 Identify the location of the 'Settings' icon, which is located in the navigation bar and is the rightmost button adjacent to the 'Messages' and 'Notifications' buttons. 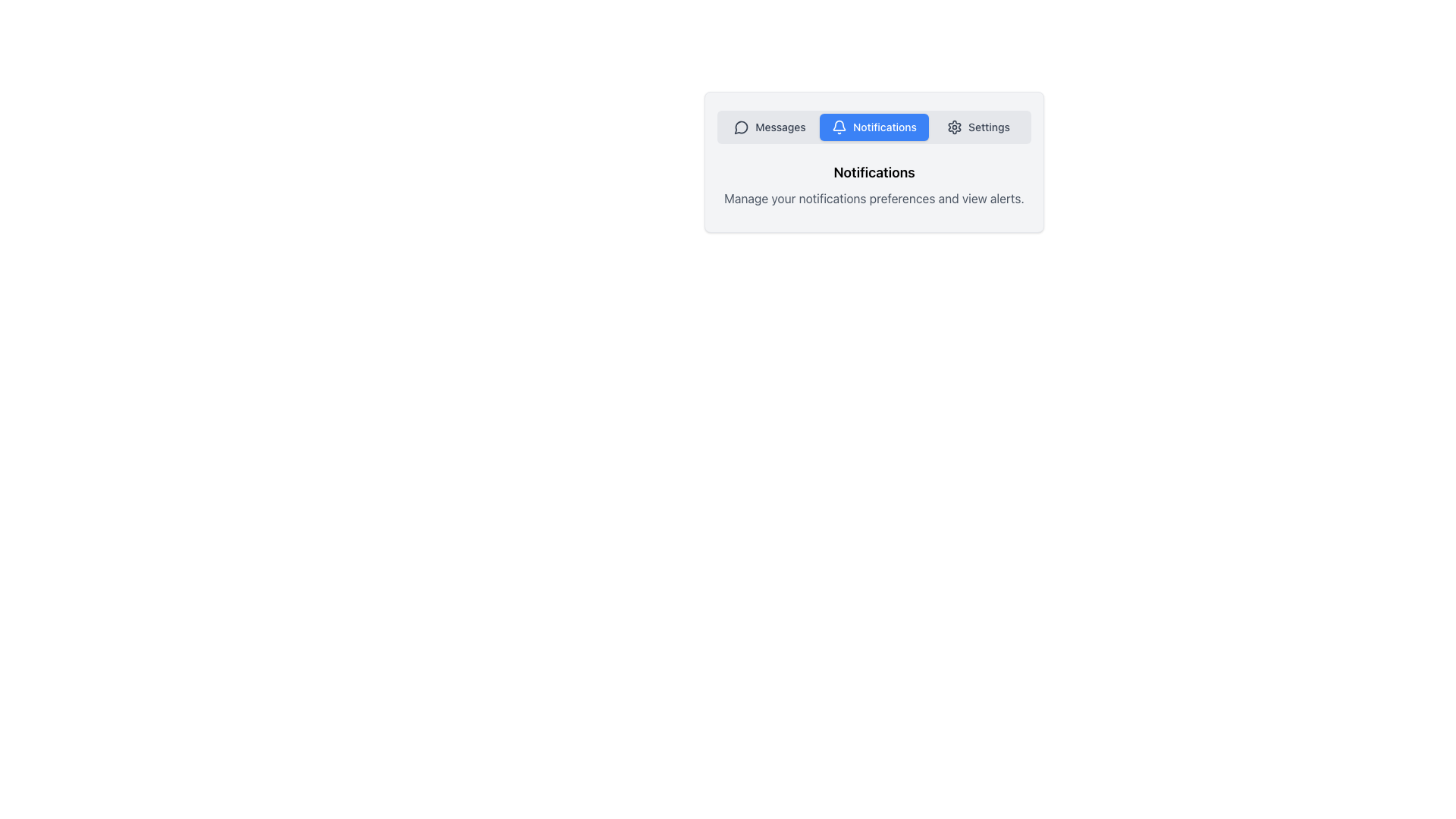
(953, 127).